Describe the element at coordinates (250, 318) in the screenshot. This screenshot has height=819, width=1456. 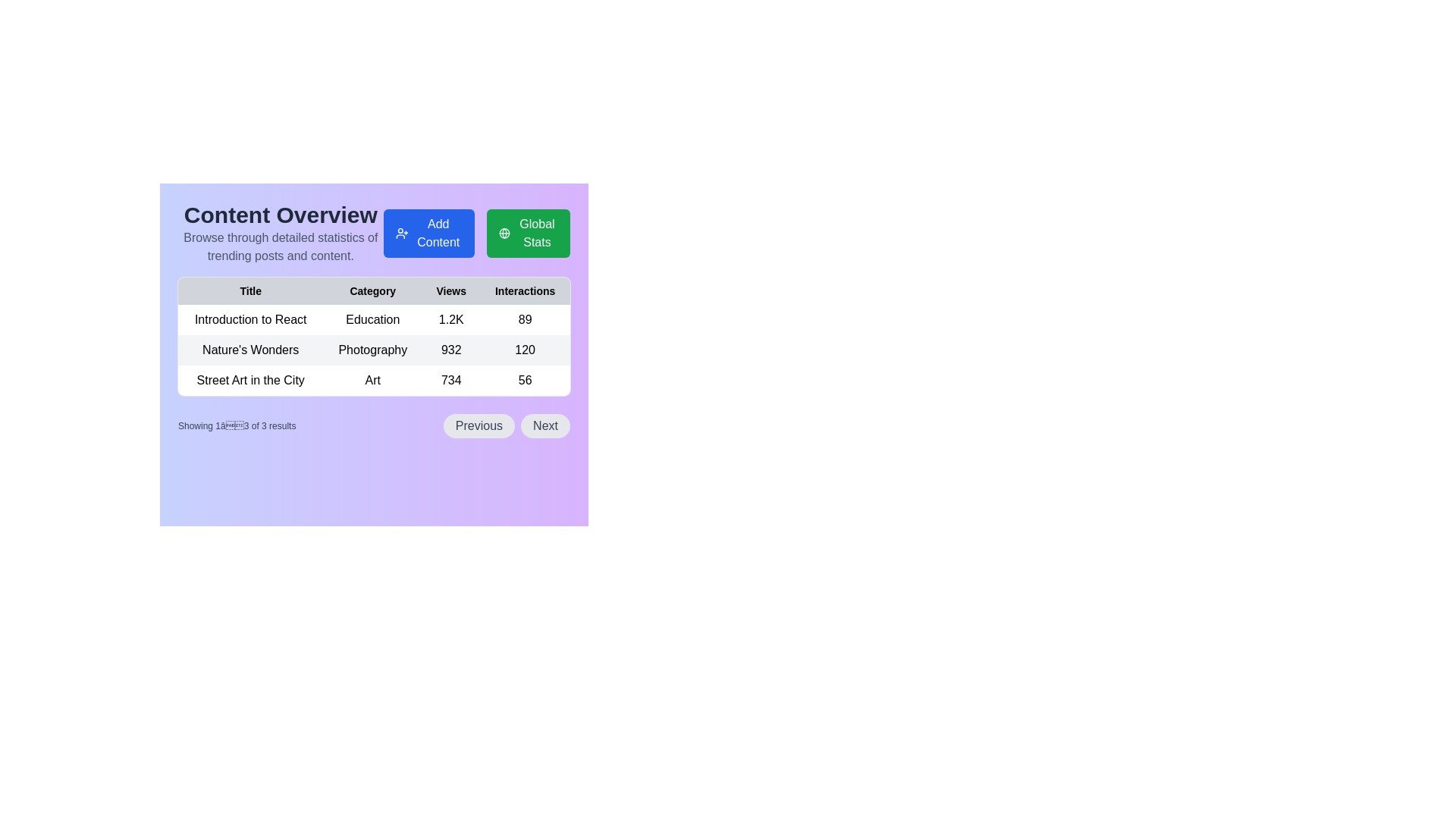
I see `the text label displaying 'Introduction to React' located in the first row under the 'Title' column of the table` at that location.